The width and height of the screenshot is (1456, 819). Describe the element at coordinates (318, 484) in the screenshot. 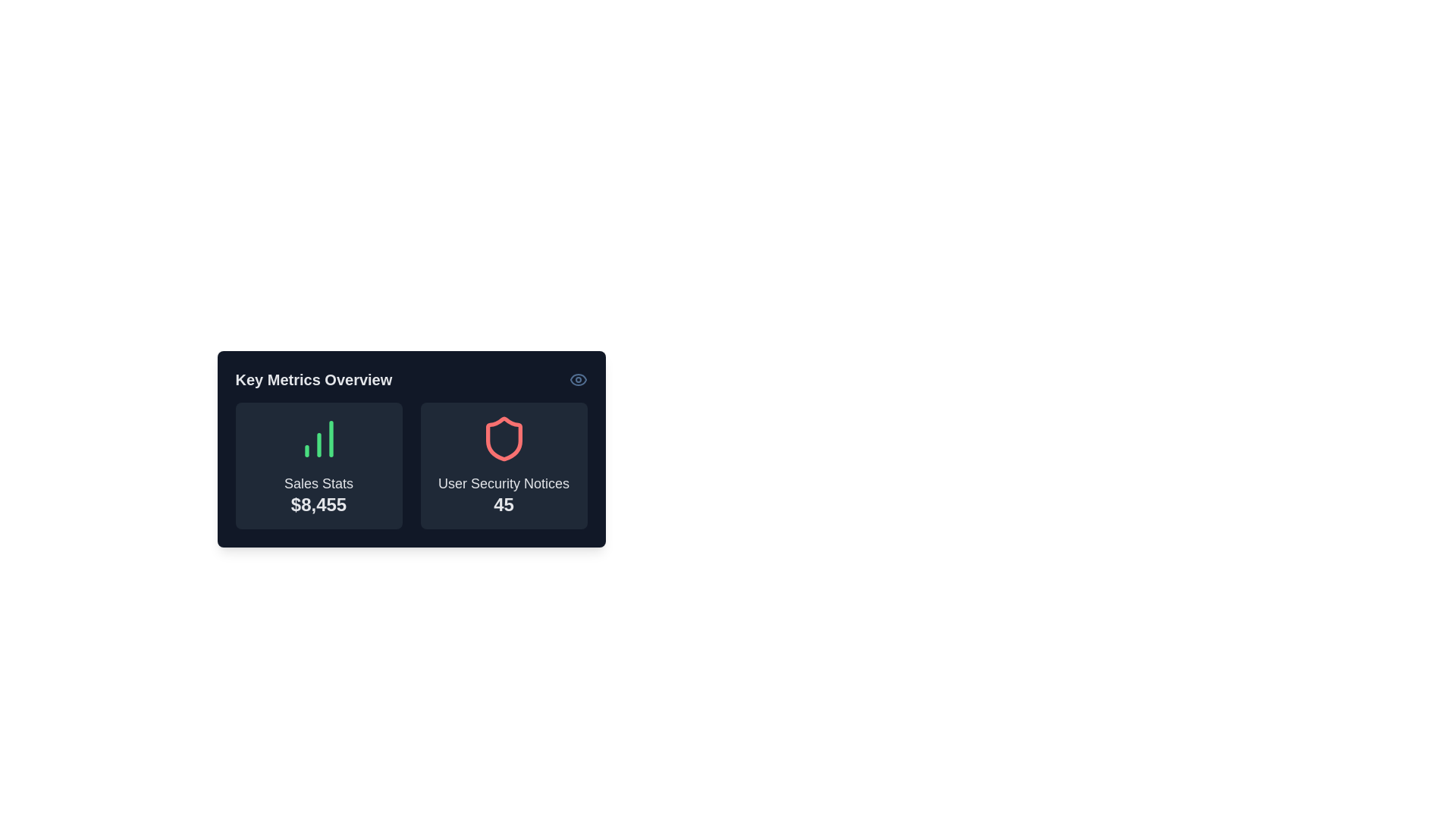

I see `the text 'Sales Stats' which is prominently displayed in white against a dark background, located within a card-like component above the large text '$8,455'` at that location.